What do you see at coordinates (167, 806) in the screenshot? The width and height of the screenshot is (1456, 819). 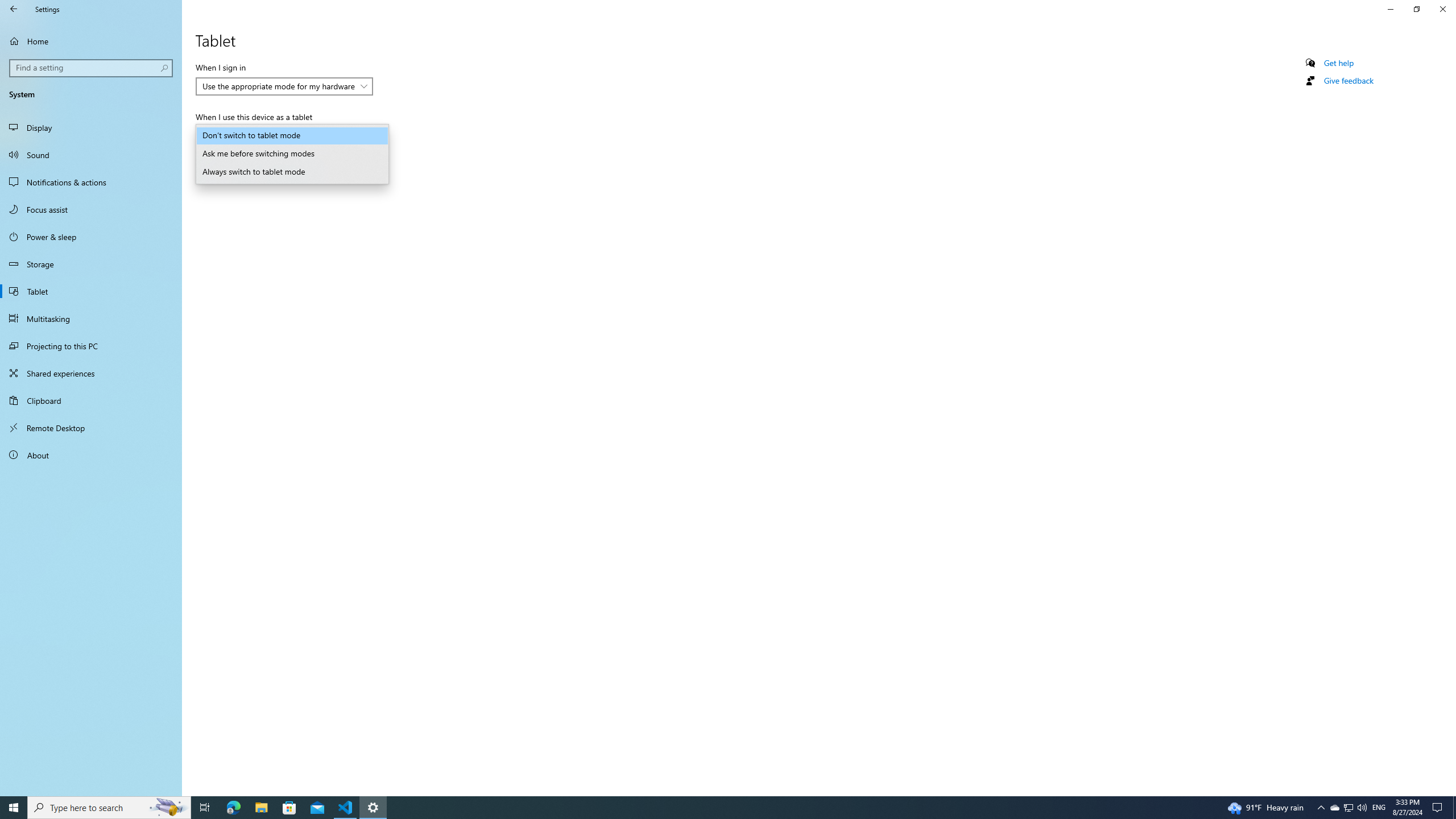 I see `'Search highlights icon opens search home window'` at bounding box center [167, 806].